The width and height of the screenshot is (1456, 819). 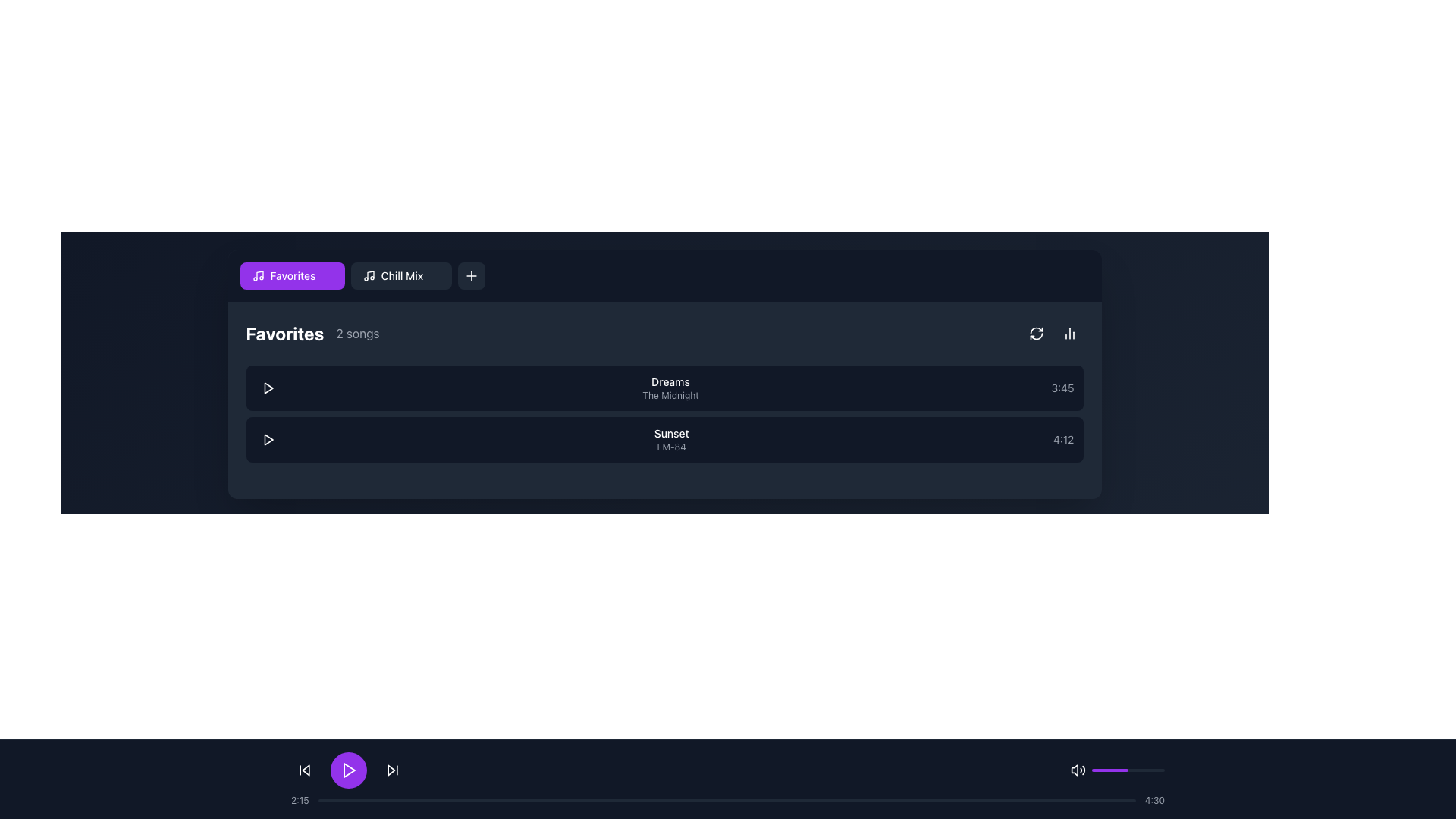 I want to click on the 'Chill Mix' button, which is located between the 'Favorites' button and the '+' button in the upper section of the interface to trigger hover effects, so click(x=401, y=275).